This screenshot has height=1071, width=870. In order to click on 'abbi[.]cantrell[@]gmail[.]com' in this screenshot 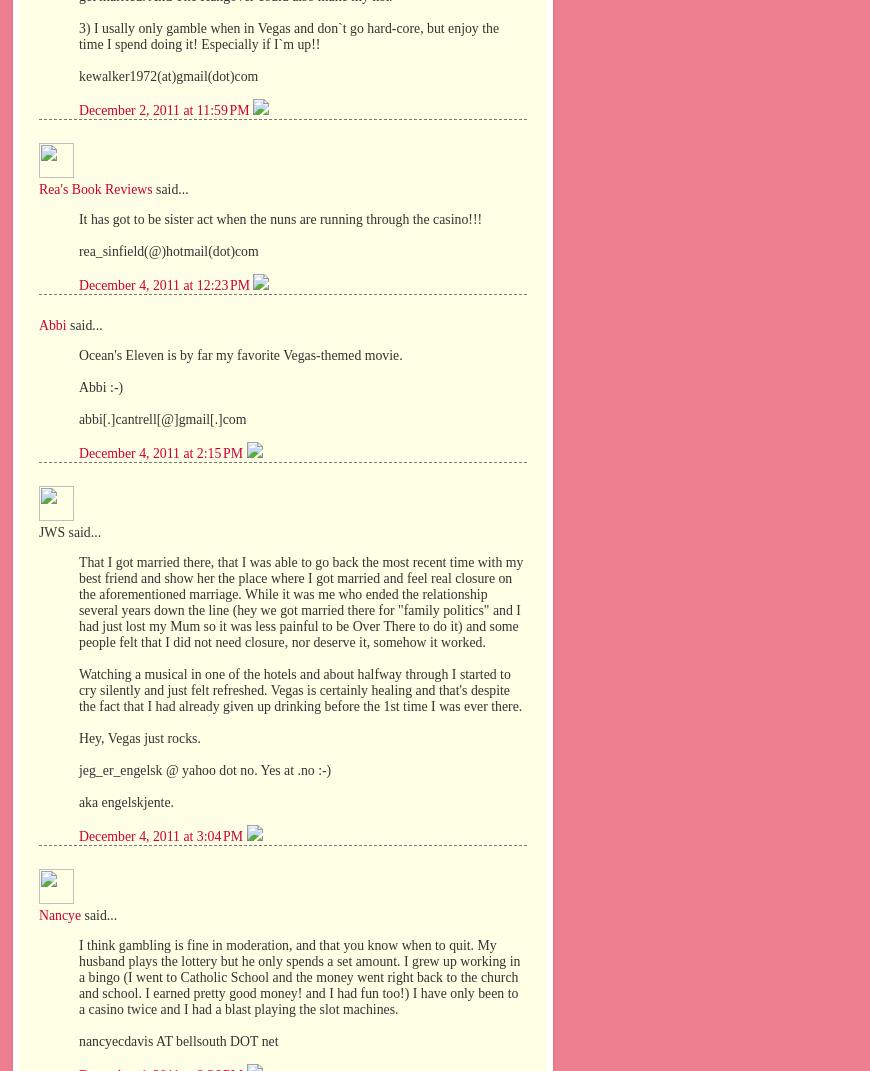, I will do `click(161, 418)`.